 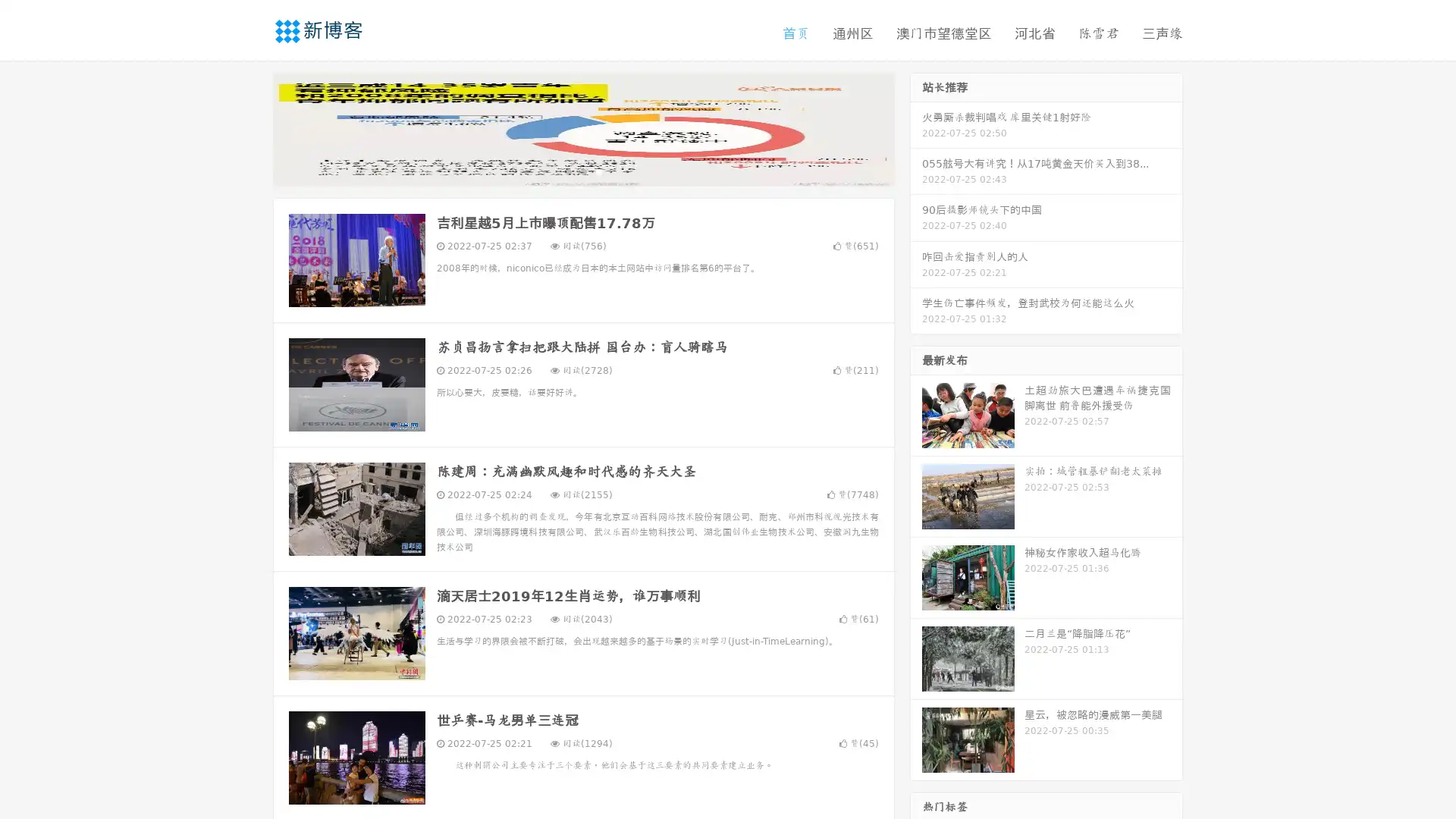 What do you see at coordinates (916, 127) in the screenshot?
I see `Next slide` at bounding box center [916, 127].